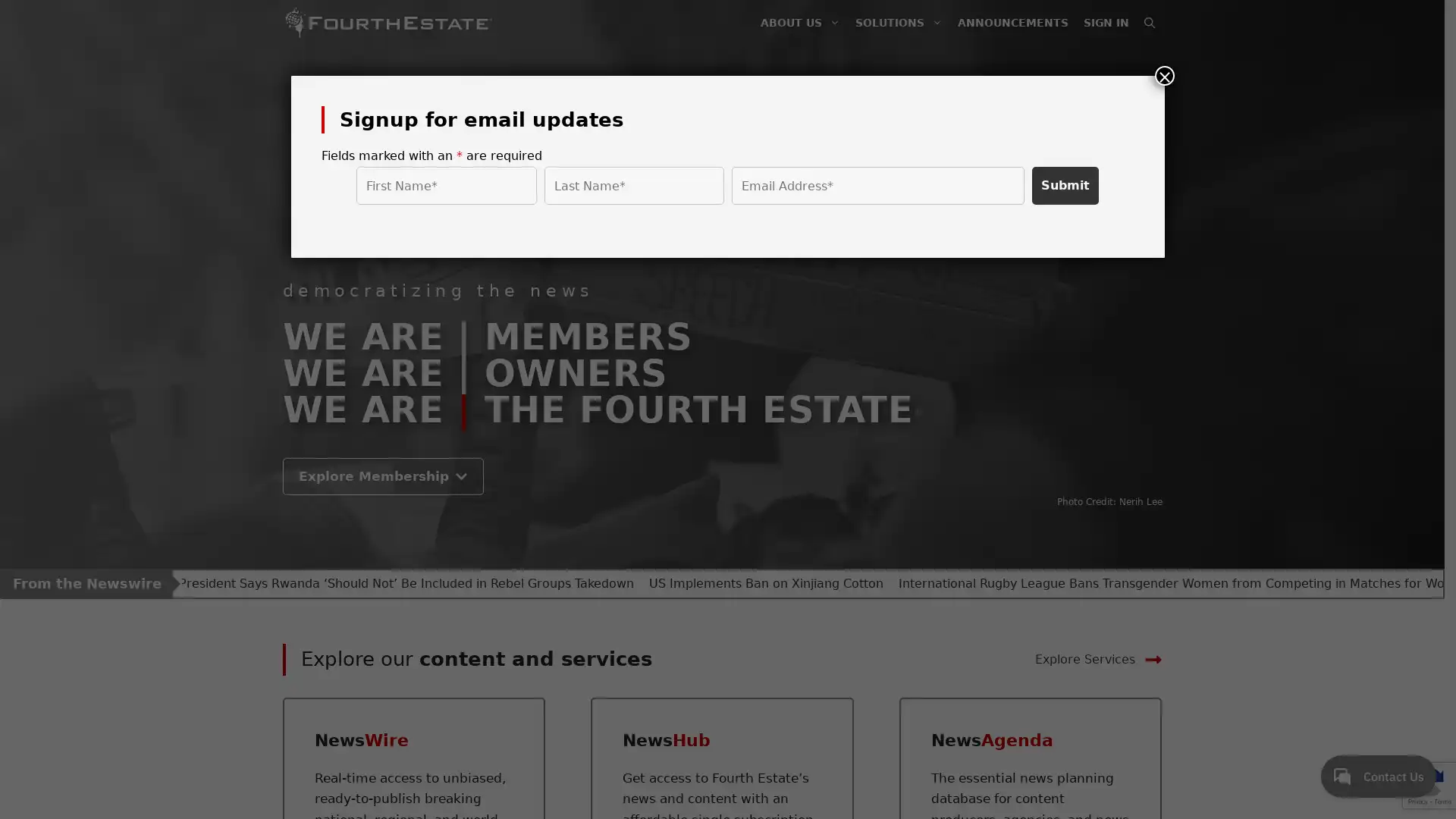 The height and width of the screenshot is (819, 1456). I want to click on Submit, so click(1065, 185).